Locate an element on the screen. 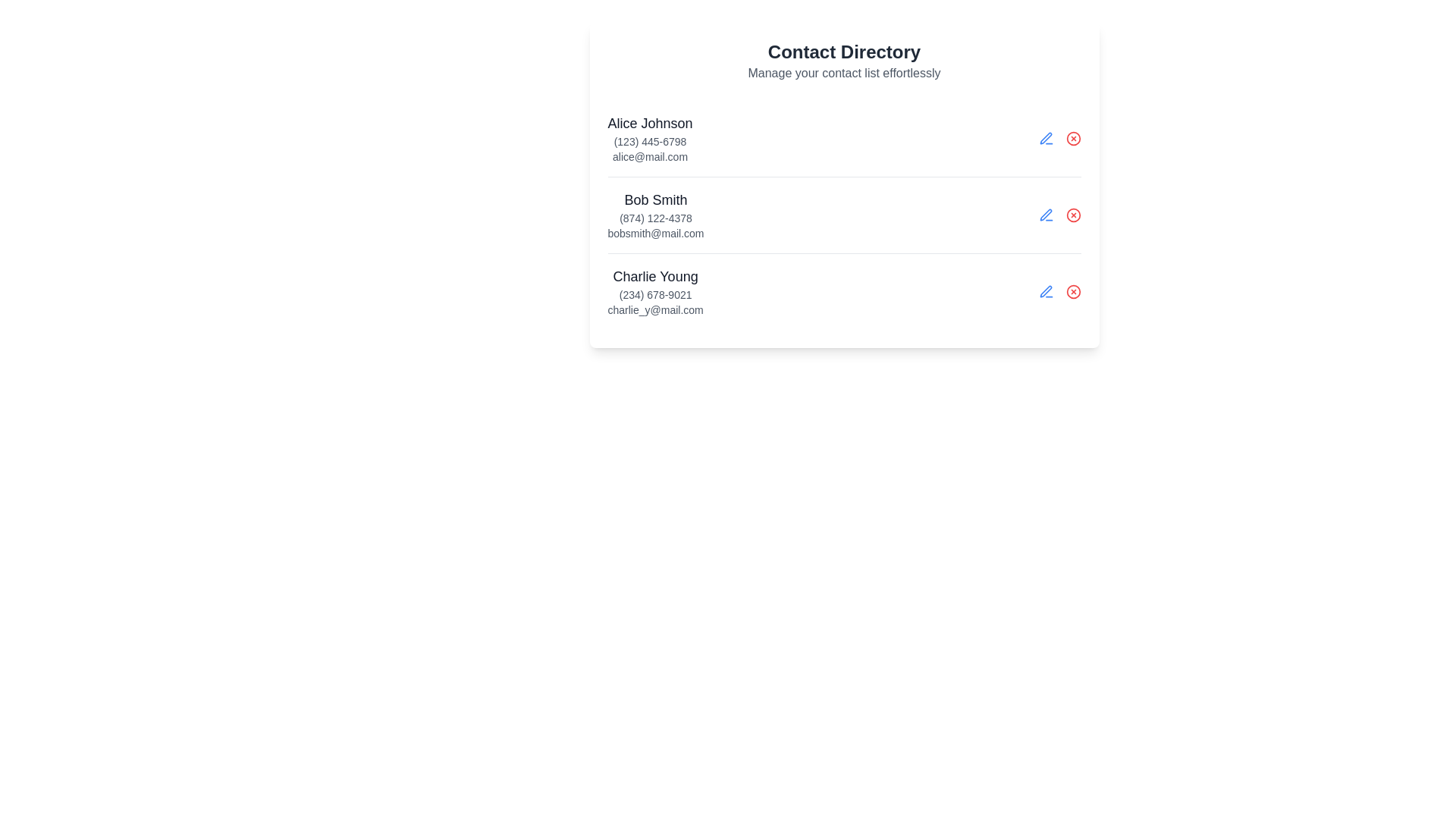 The height and width of the screenshot is (819, 1456). the view details button for contact Charlie Young is located at coordinates (1045, 292).